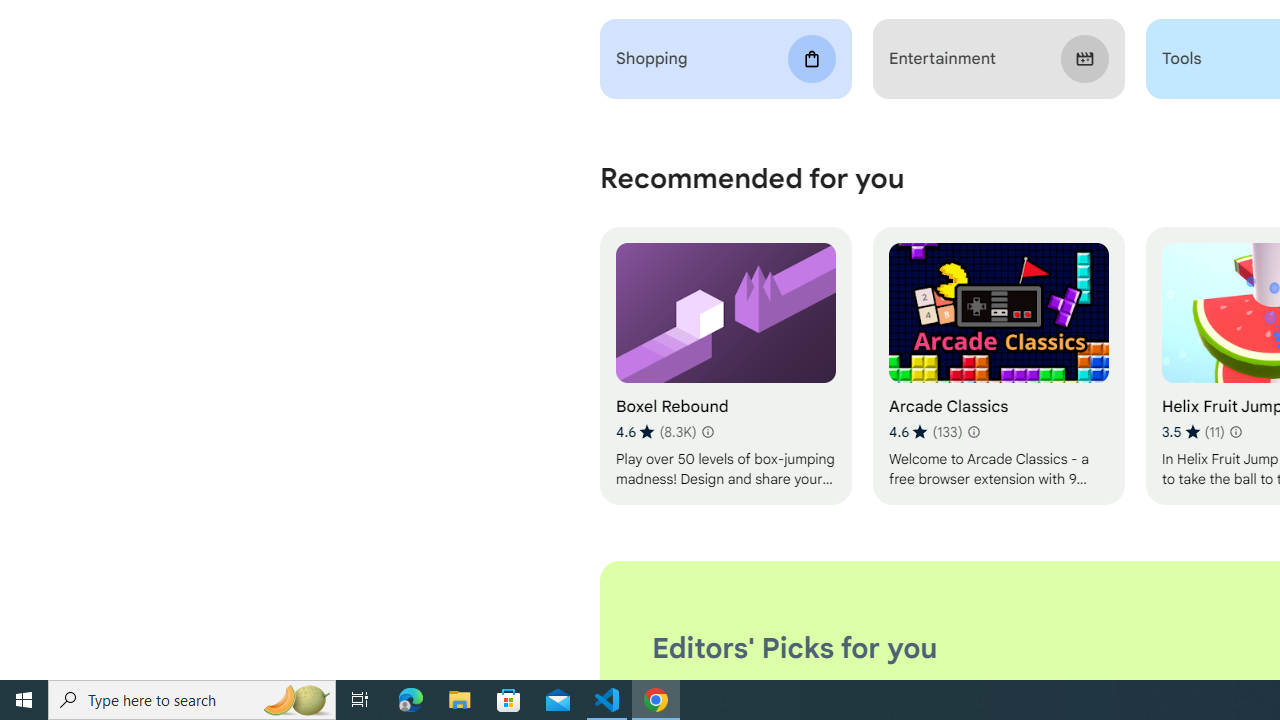 This screenshot has width=1280, height=720. Describe the element at coordinates (192, 698) in the screenshot. I see `'Type here to search'` at that location.